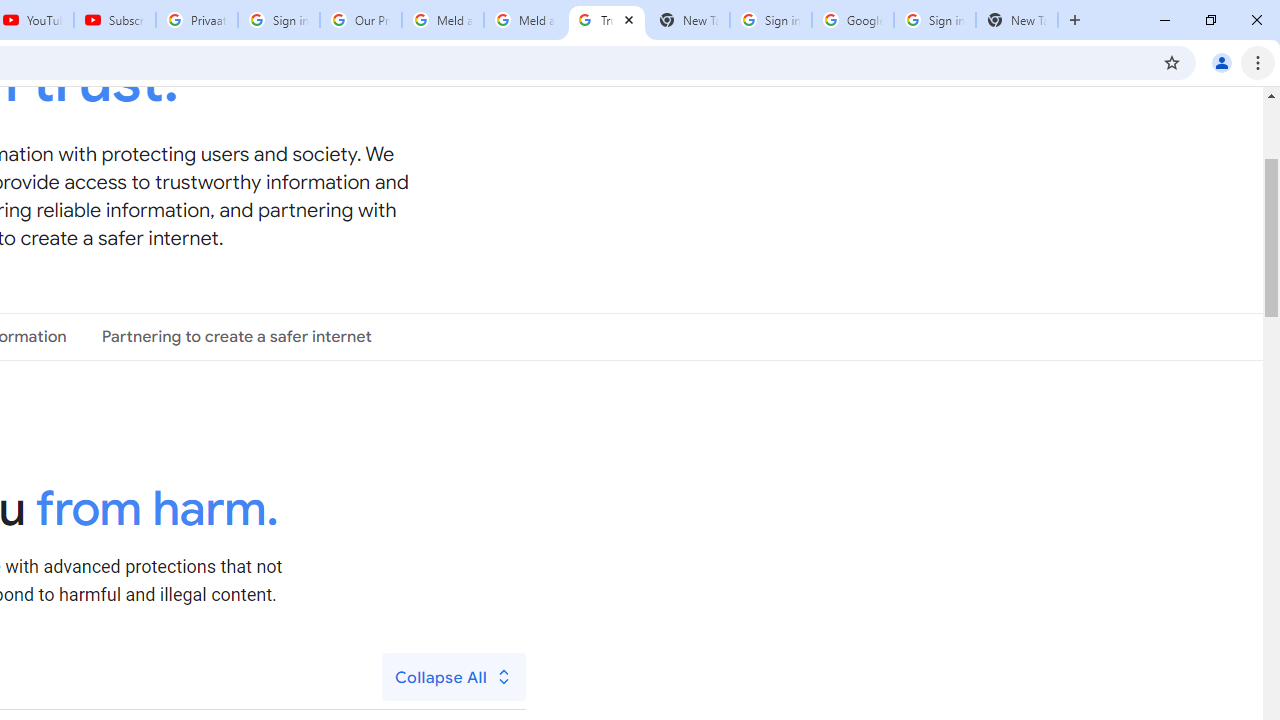 The width and height of the screenshot is (1280, 720). Describe the element at coordinates (852, 20) in the screenshot. I see `'Google Cybersecurity Innovations - Google Safety Center'` at that location.